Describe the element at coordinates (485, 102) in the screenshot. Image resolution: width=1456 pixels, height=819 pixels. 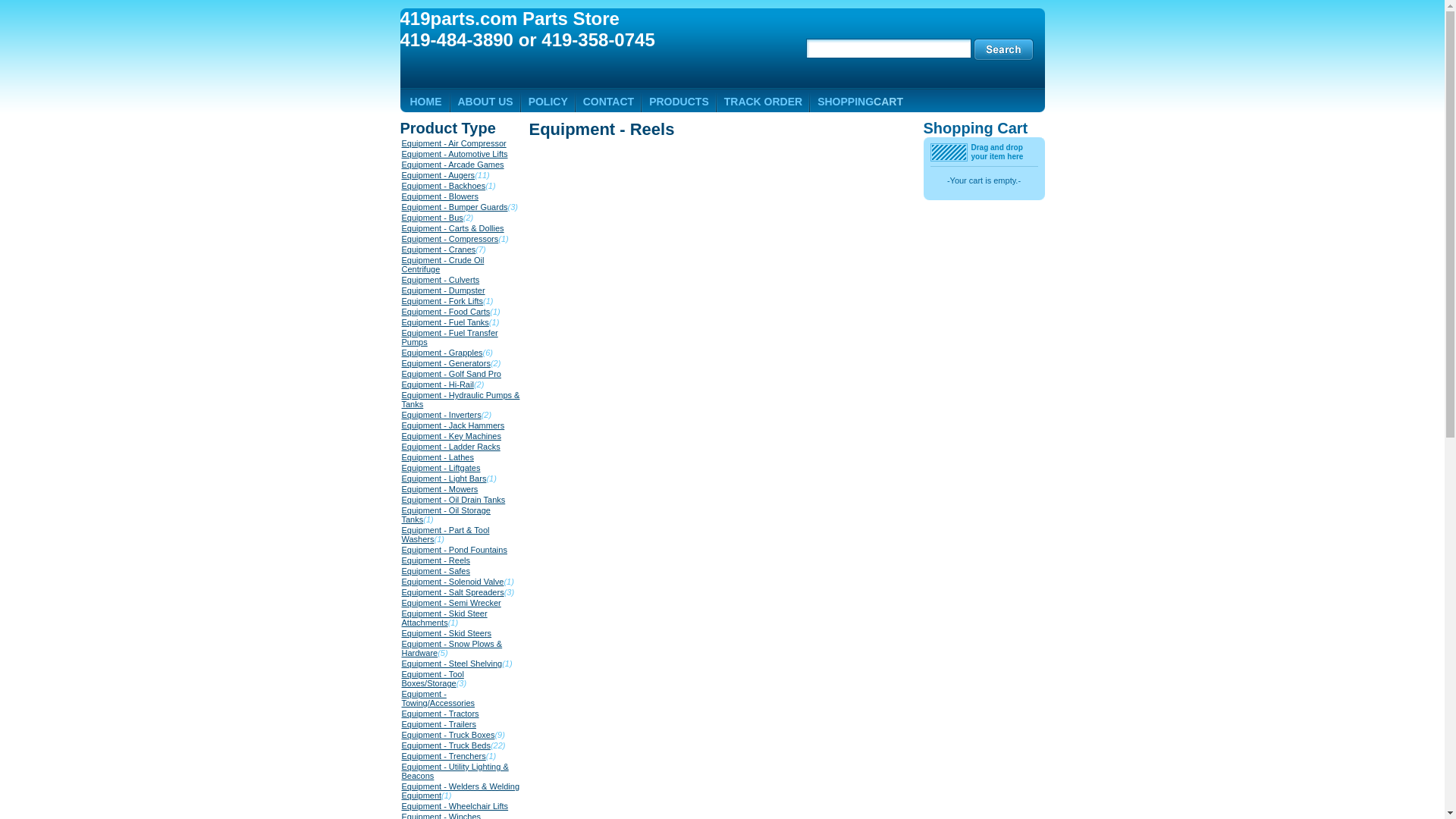
I see `'ABOUT US'` at that location.